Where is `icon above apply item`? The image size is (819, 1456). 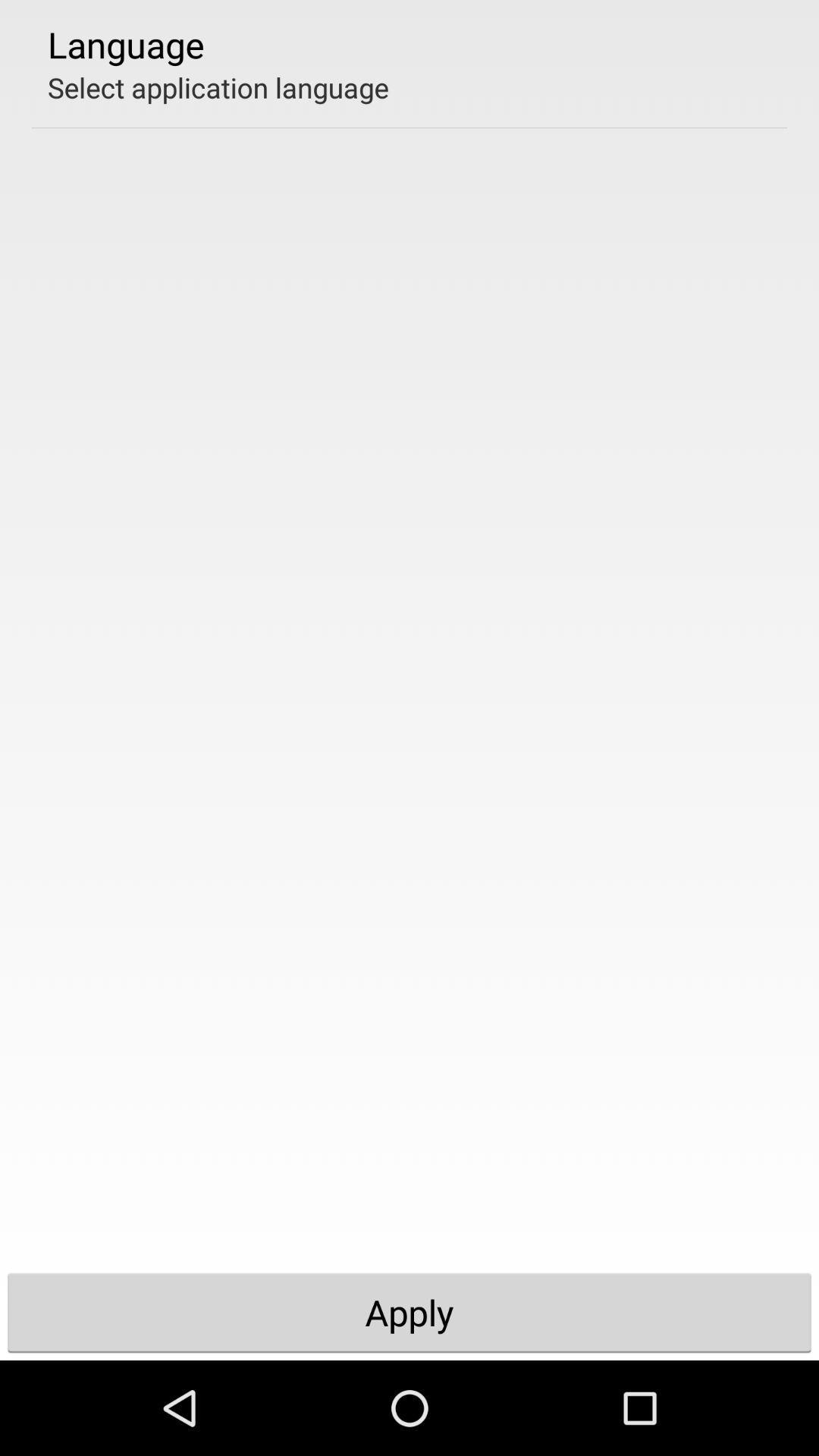
icon above apply item is located at coordinates (218, 86).